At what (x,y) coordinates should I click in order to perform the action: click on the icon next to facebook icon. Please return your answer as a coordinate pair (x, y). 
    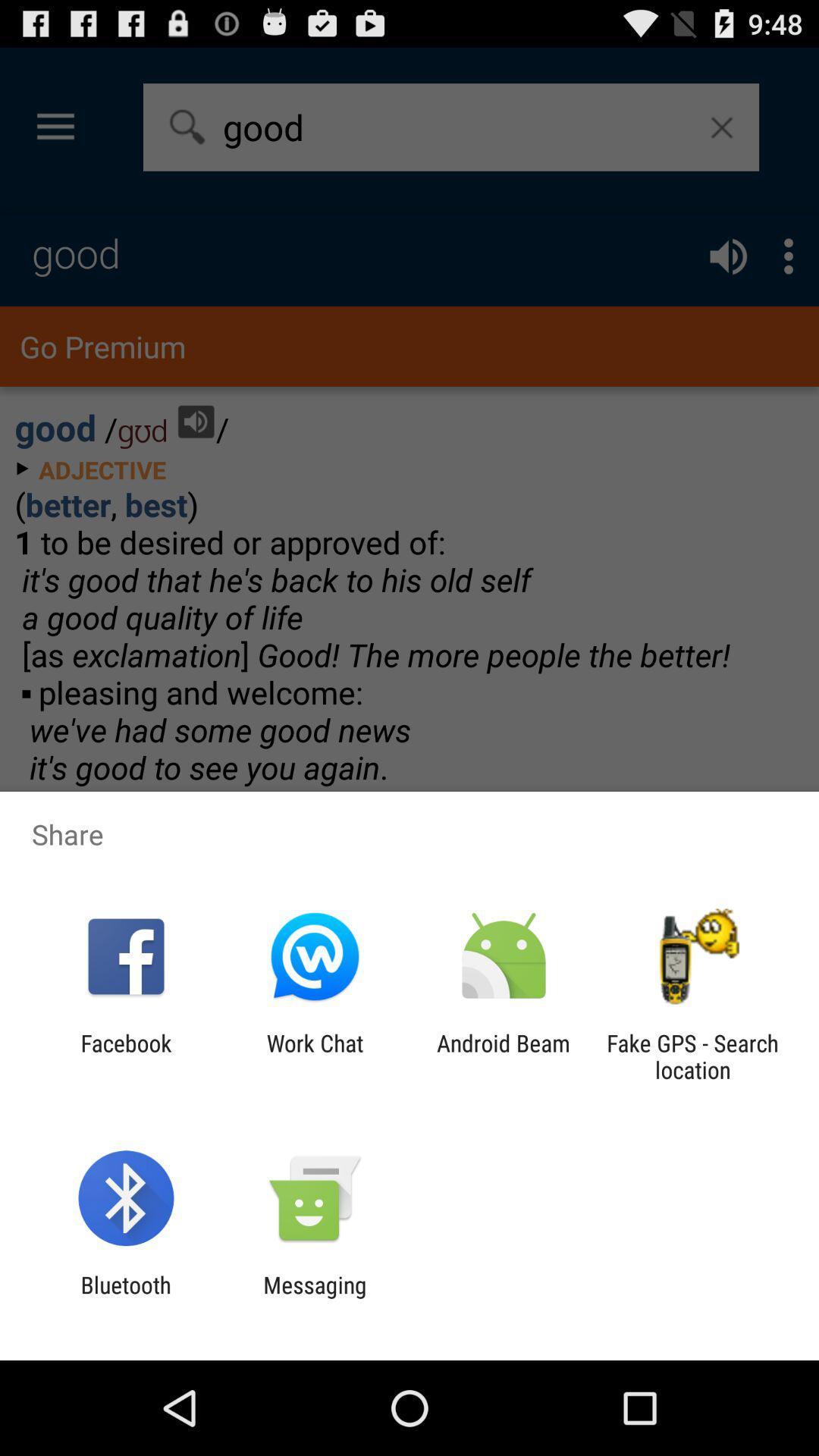
    Looking at the image, I should click on (314, 1056).